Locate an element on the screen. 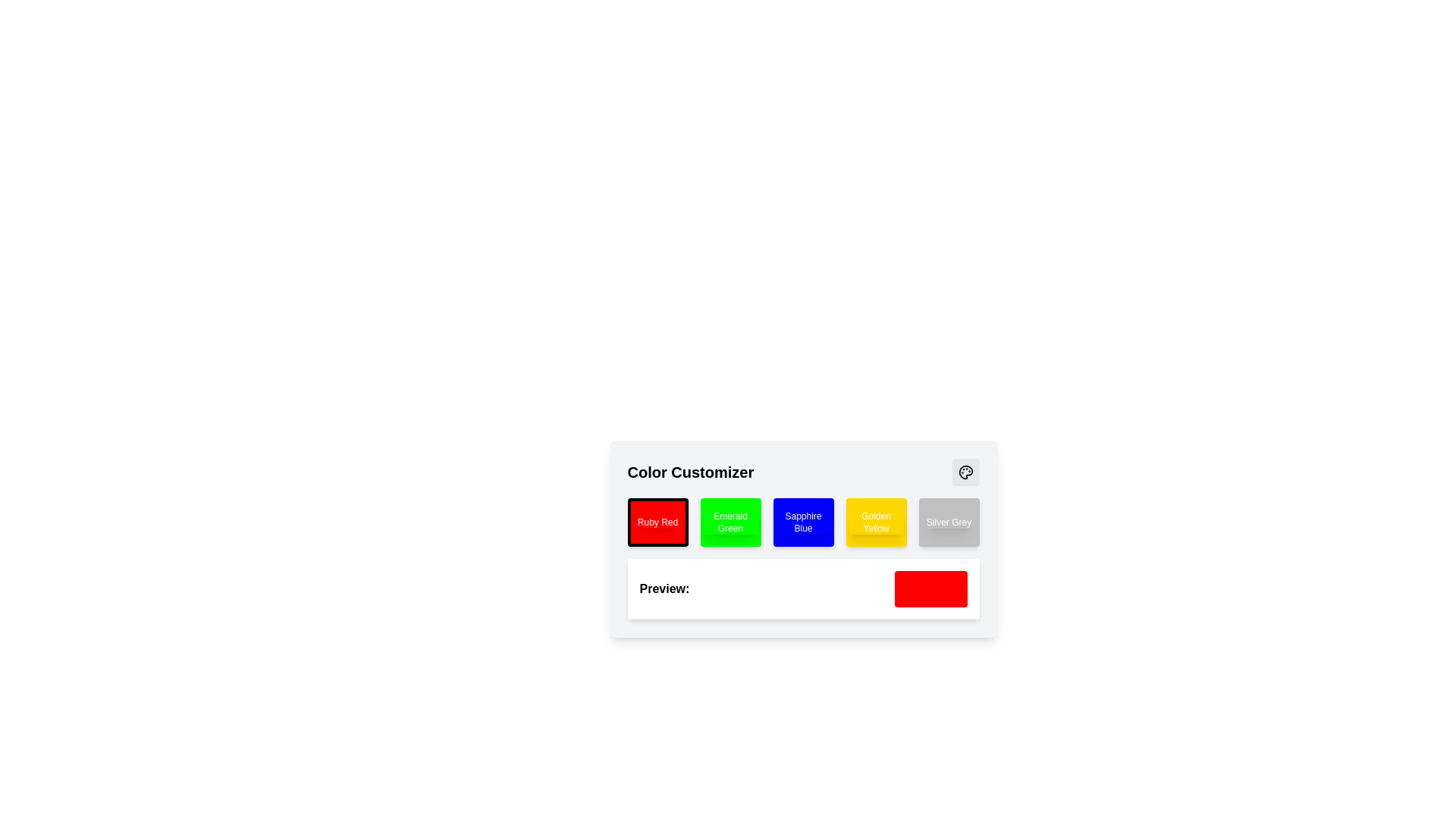 Image resolution: width=1456 pixels, height=819 pixels. the 'Ruby Red' button is located at coordinates (657, 522).